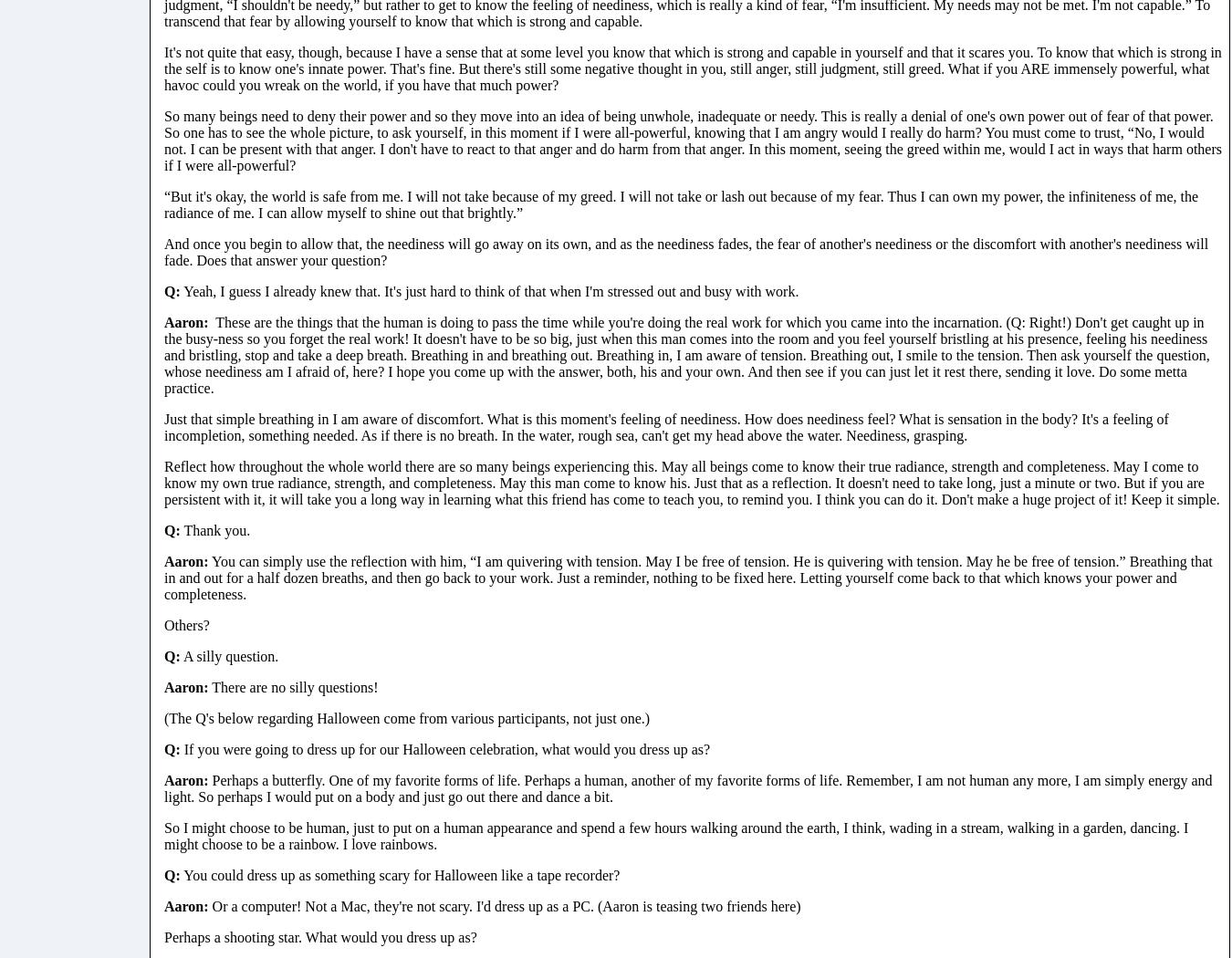  What do you see at coordinates (399, 873) in the screenshot?
I see `'You could dress up as something scary for Halloween like a tape recorder?'` at bounding box center [399, 873].